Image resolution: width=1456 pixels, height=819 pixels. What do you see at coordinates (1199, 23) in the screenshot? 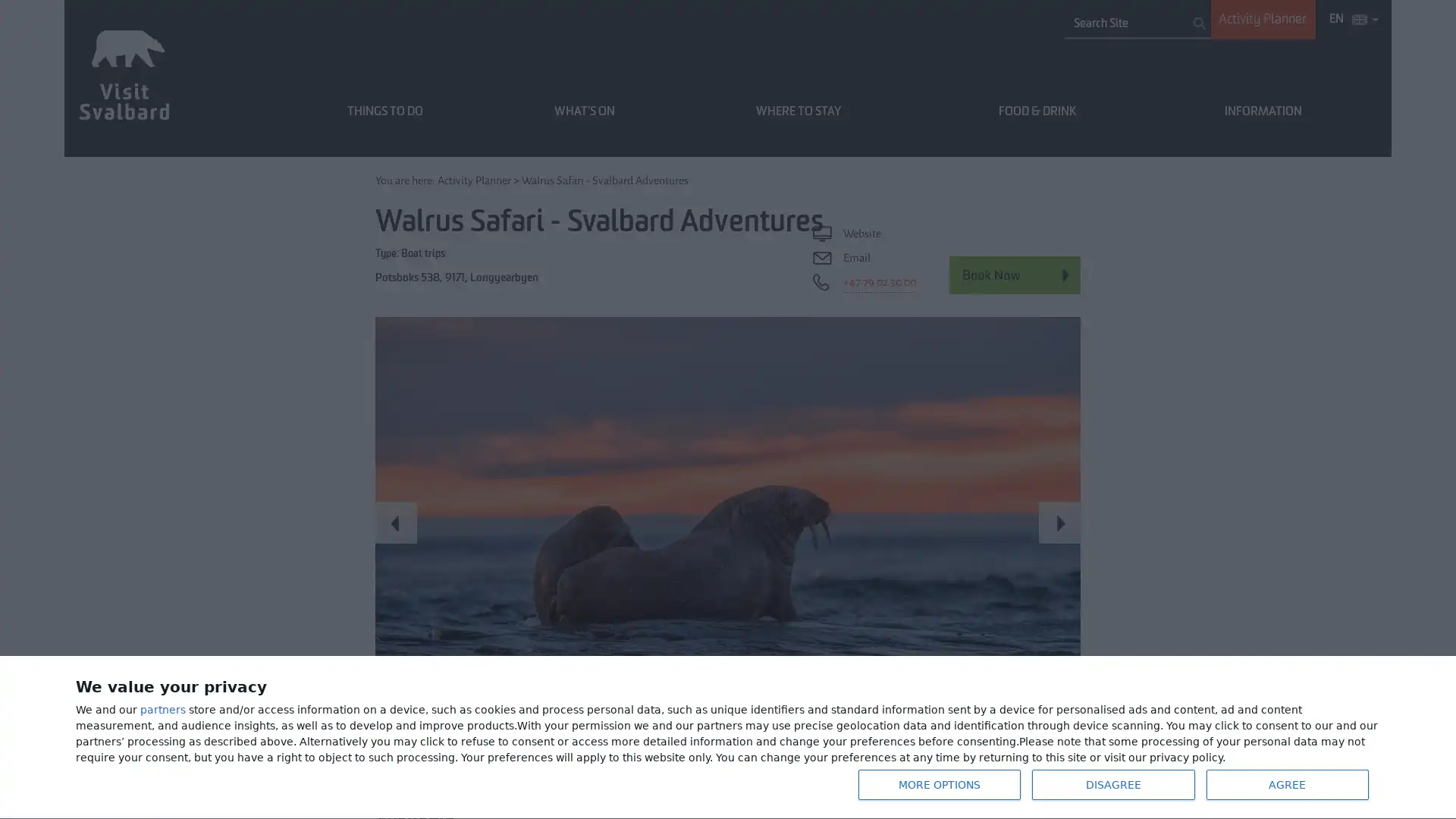
I see `submit` at bounding box center [1199, 23].